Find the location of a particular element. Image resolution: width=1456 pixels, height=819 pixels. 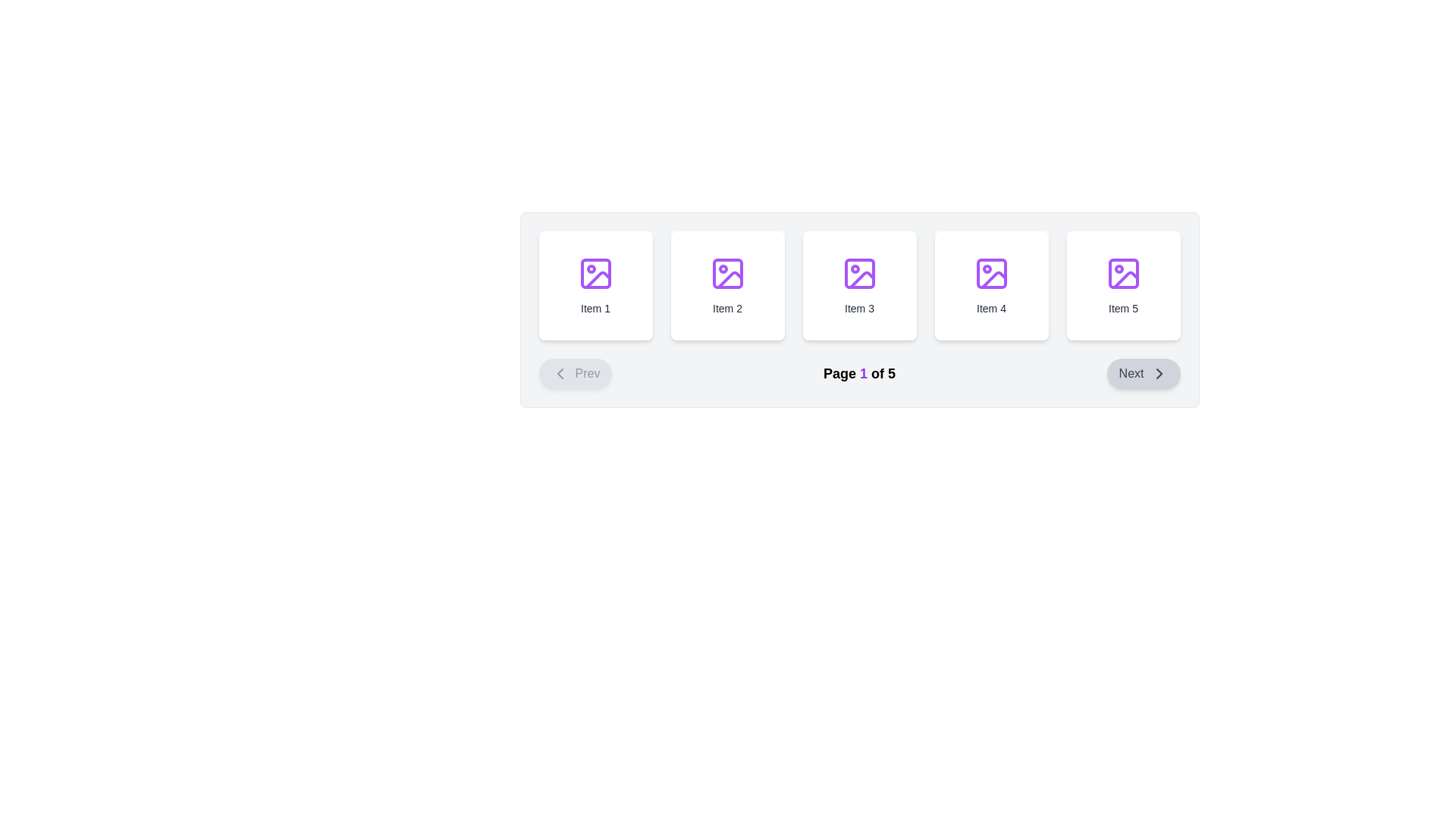

the current page number text element which displays 'Page 1 of 5' located at the bottom section of the interface is located at coordinates (863, 374).